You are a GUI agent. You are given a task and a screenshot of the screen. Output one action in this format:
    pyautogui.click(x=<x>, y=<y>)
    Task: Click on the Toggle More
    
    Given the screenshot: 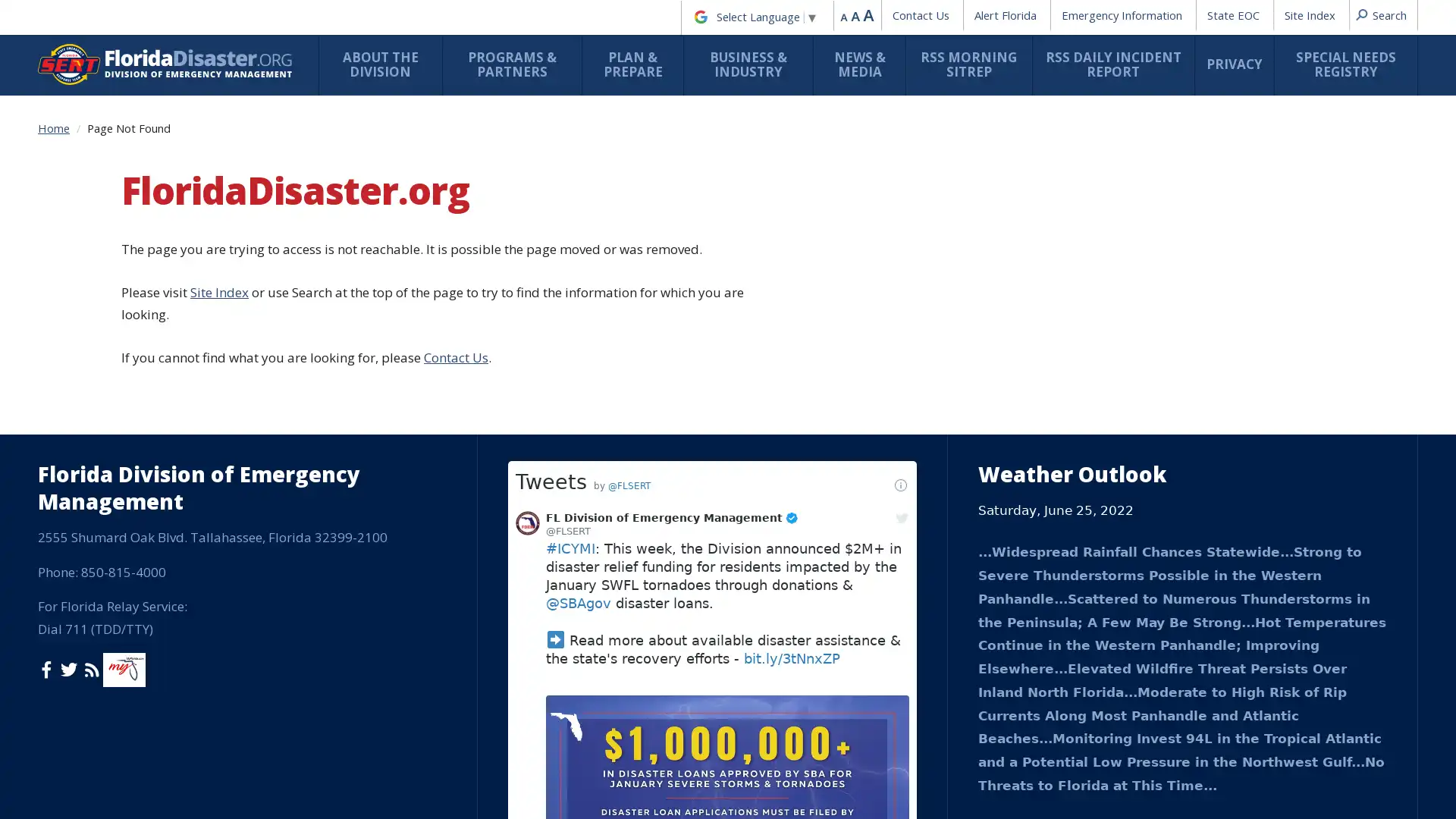 What is the action you would take?
    pyautogui.click(x=455, y=512)
    